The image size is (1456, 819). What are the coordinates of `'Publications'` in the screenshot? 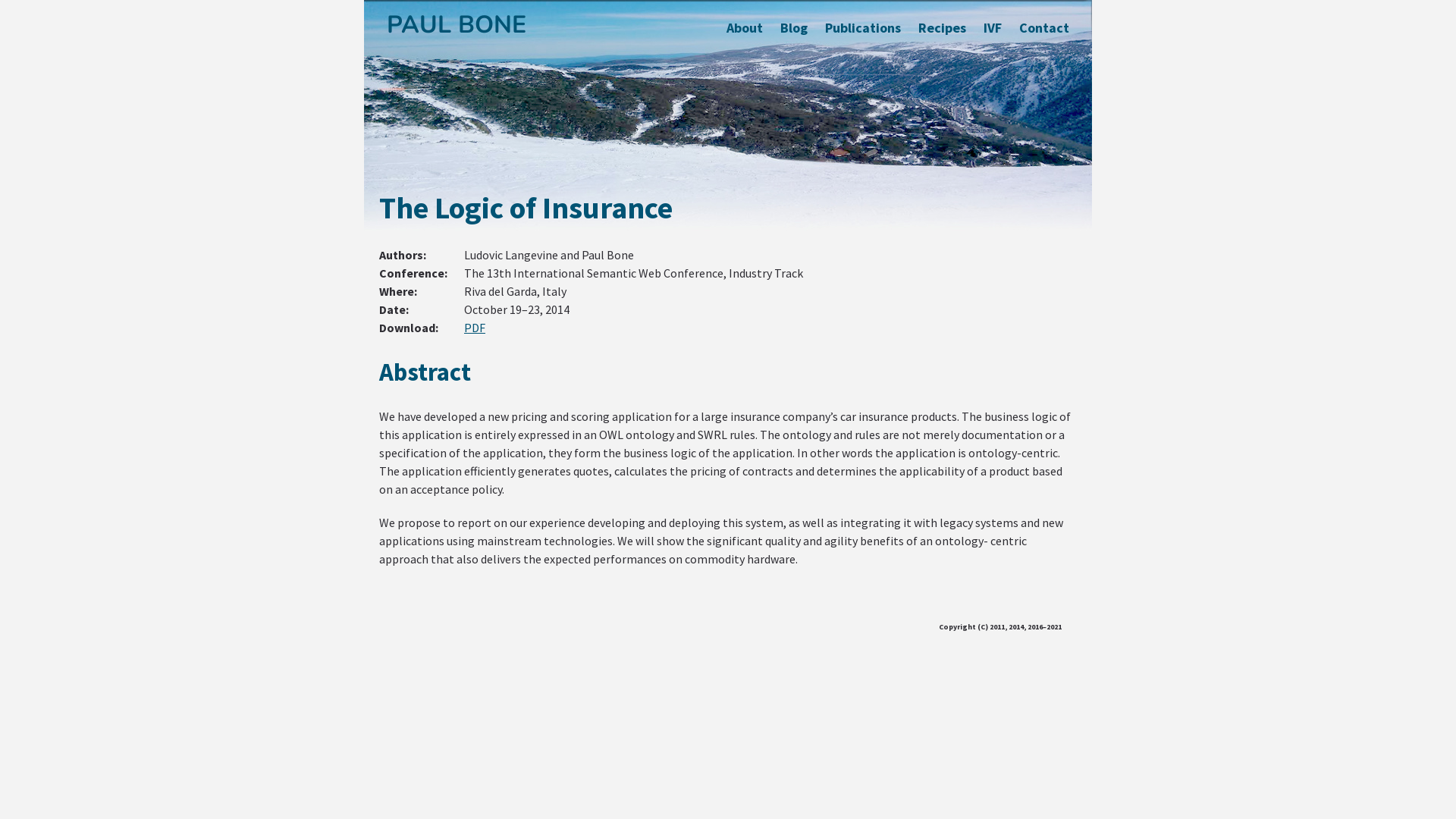 It's located at (862, 27).